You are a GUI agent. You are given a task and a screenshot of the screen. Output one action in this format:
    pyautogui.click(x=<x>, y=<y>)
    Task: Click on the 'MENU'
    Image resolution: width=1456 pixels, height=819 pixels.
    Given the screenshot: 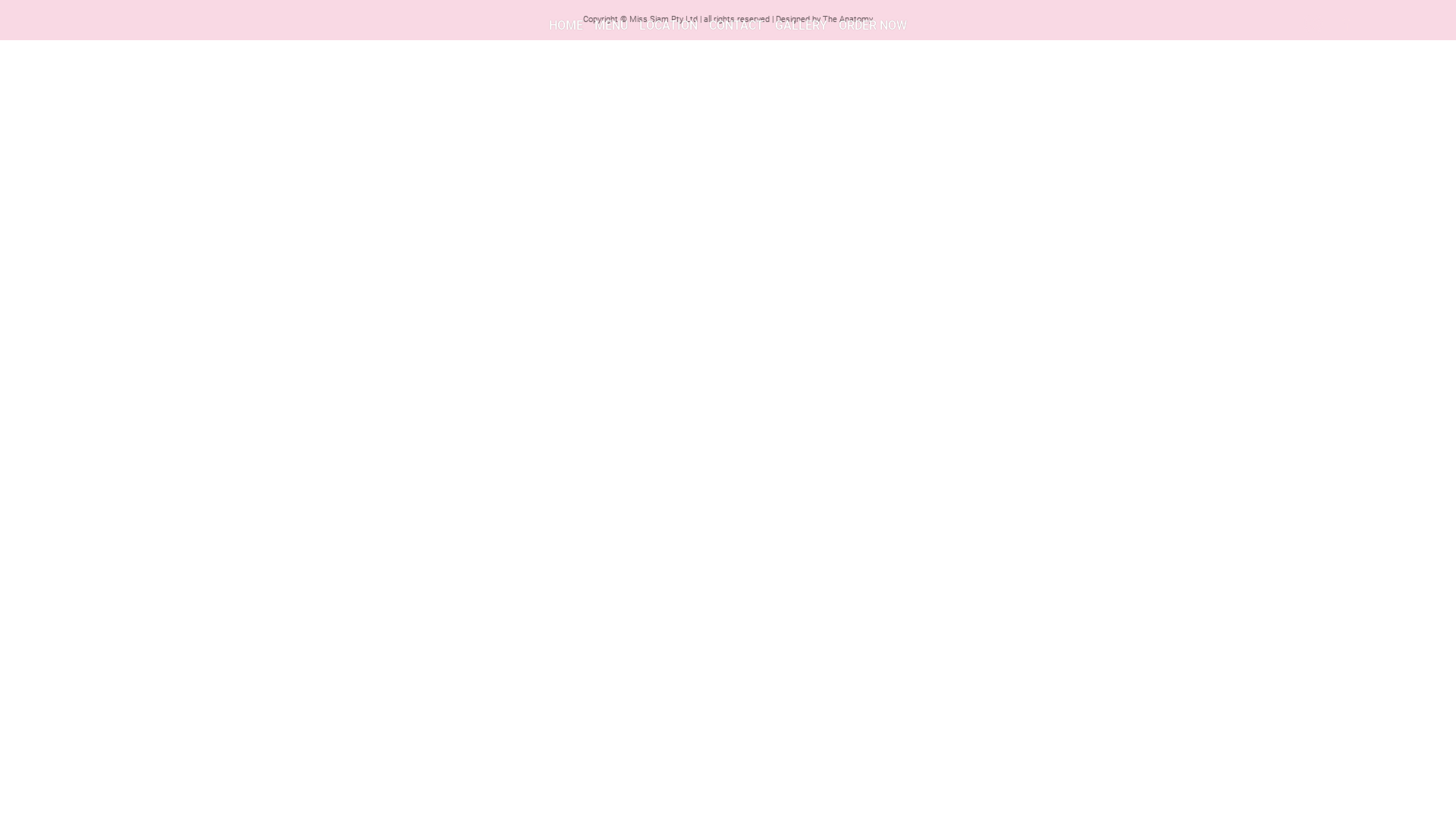 What is the action you would take?
    pyautogui.click(x=611, y=25)
    